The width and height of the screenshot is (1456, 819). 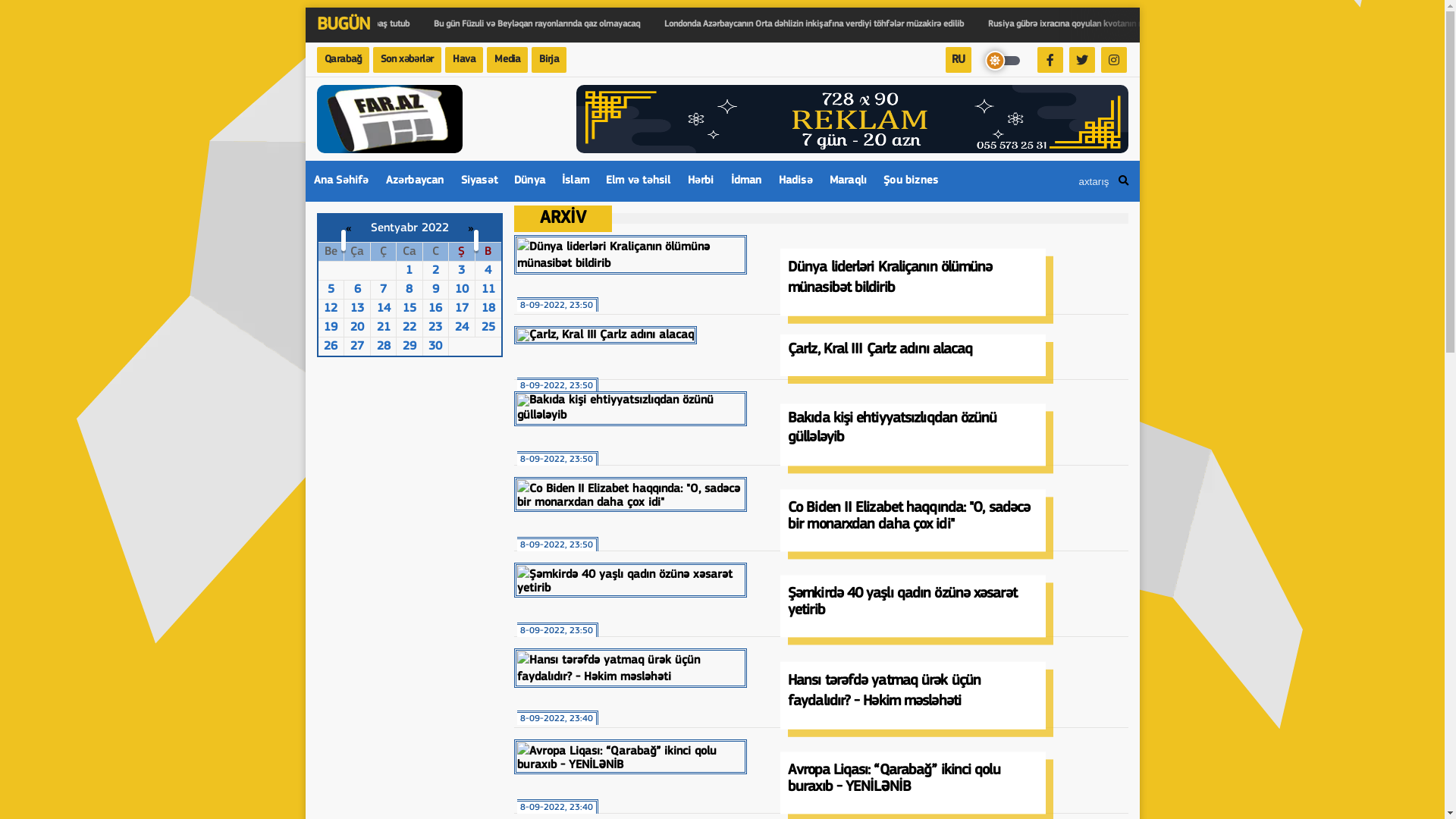 I want to click on '24', so click(x=461, y=327).